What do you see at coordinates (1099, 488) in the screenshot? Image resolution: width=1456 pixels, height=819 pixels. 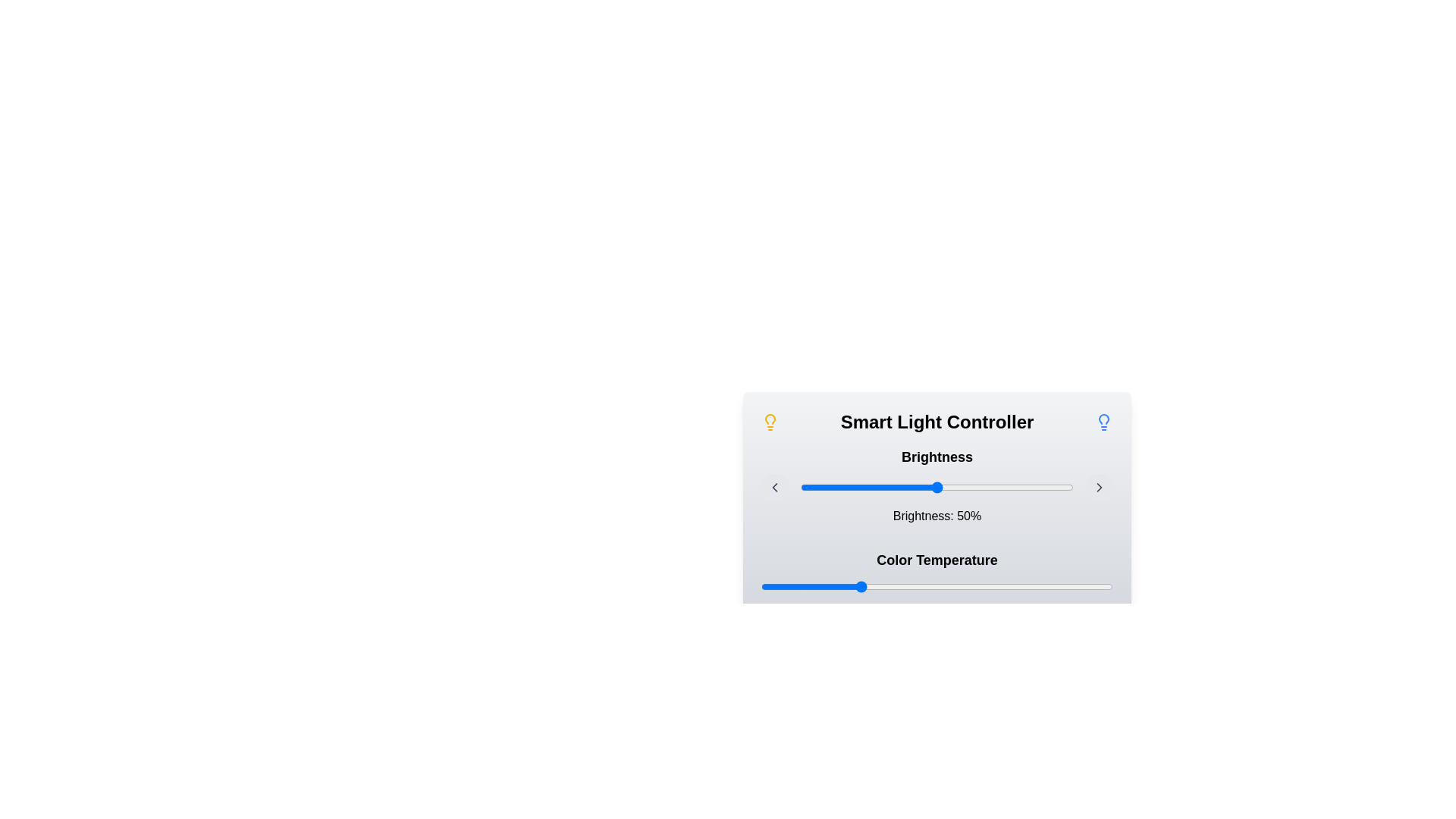 I see `the circular button with a gray background and a right-facing arrow icon` at bounding box center [1099, 488].